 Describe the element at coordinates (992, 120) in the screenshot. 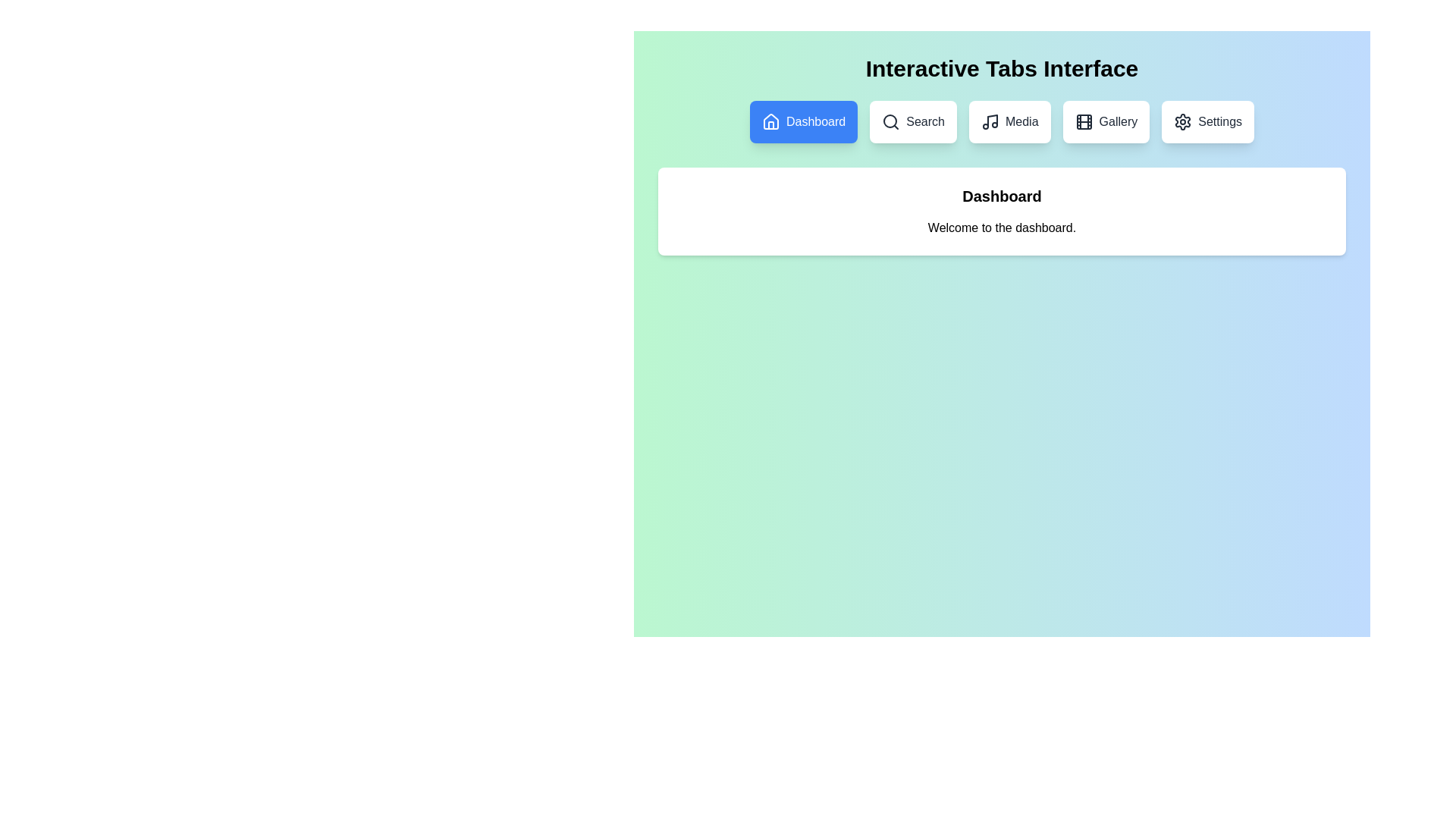

I see `the vertical line resembling the neck of a note within the SVG illustration of the 'Media' button in the top navigation bar` at that location.